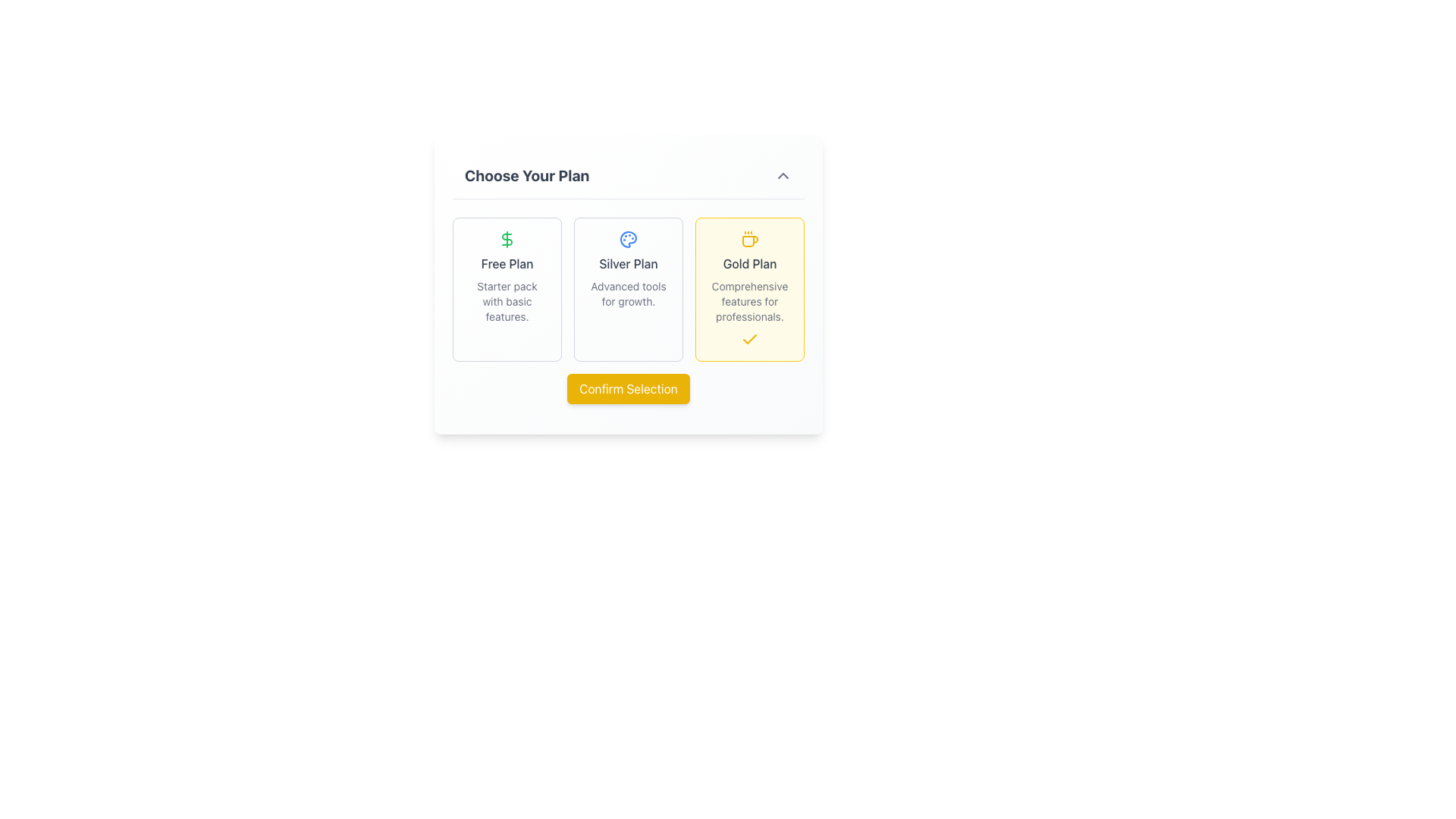 This screenshot has width=1456, height=819. What do you see at coordinates (507, 289) in the screenshot?
I see `the selectable item in the grid representing a pricing plan option` at bounding box center [507, 289].